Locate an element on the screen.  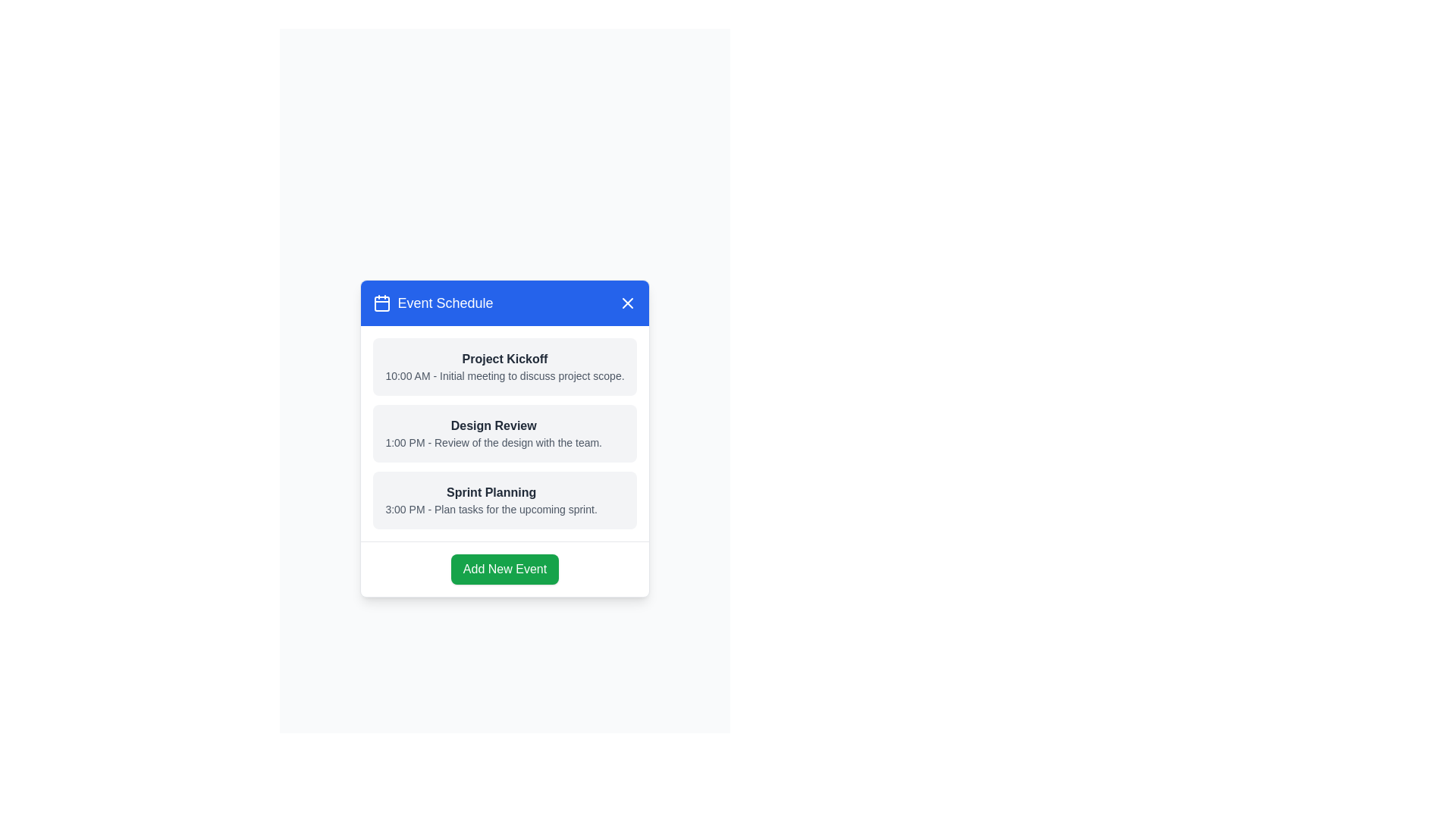
the 'Add New Event' button to trigger the action is located at coordinates (505, 569).